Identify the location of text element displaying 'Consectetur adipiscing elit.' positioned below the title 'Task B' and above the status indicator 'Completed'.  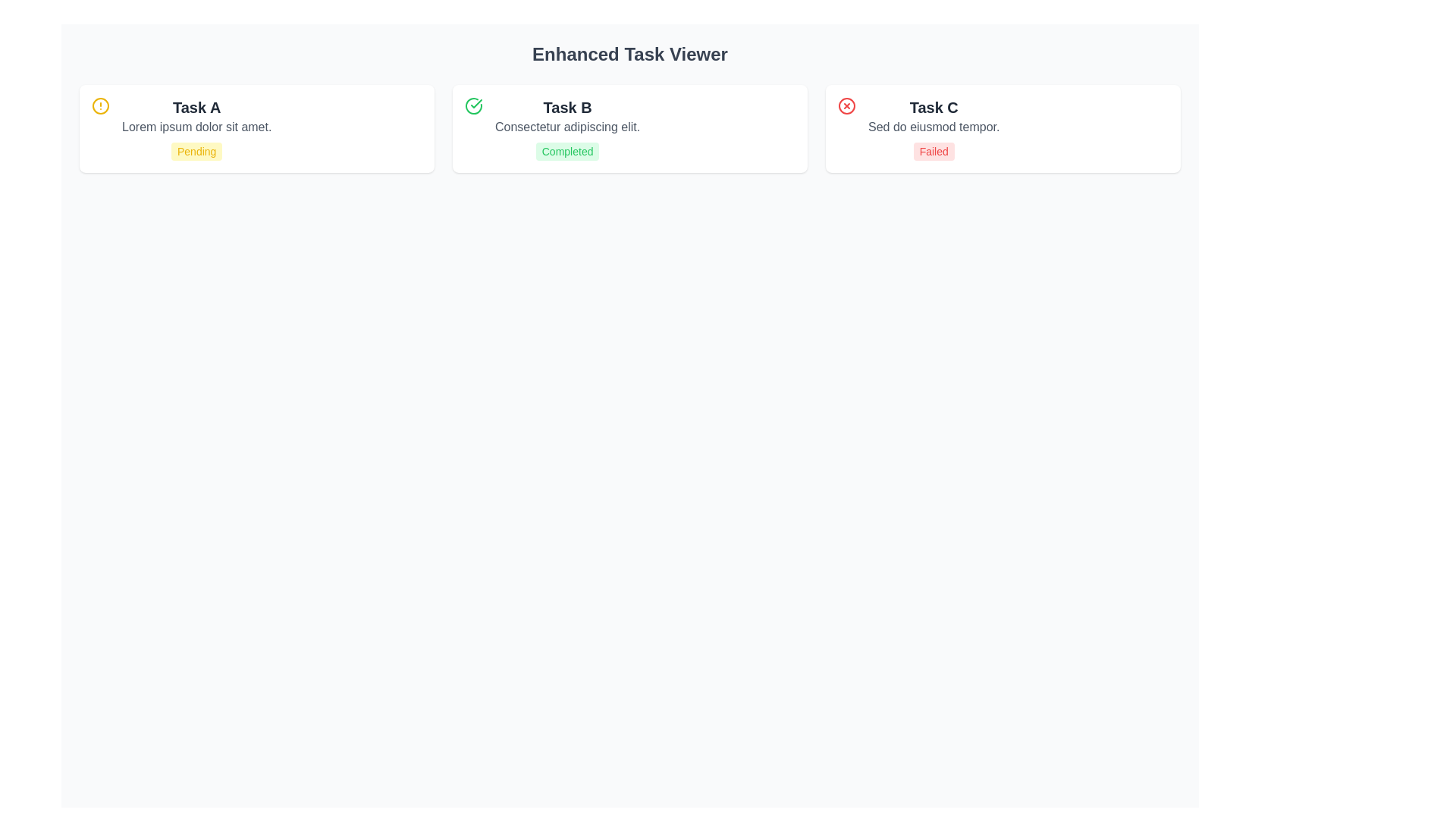
(566, 127).